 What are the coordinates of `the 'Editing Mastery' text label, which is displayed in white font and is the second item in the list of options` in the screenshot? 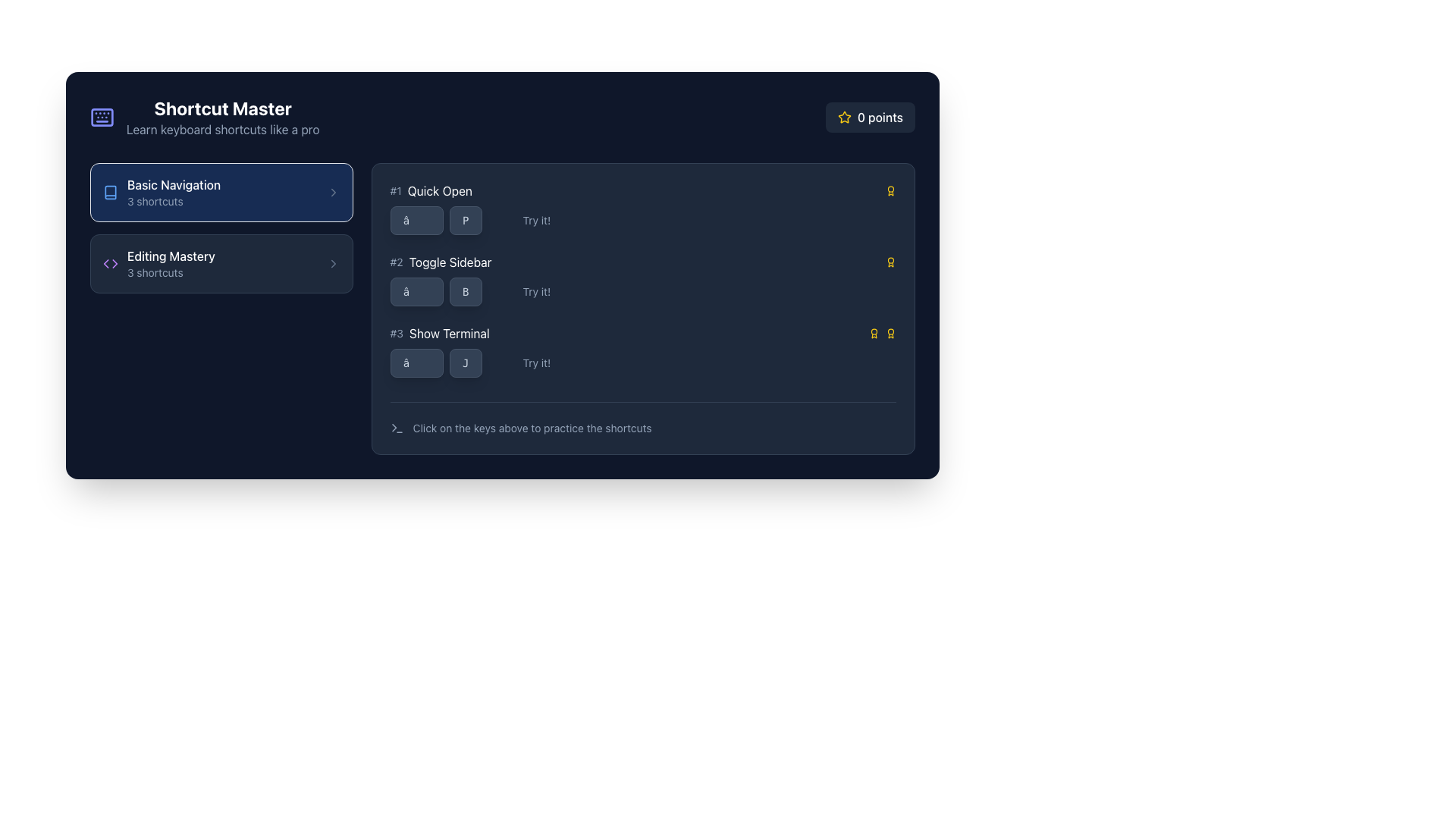 It's located at (171, 256).